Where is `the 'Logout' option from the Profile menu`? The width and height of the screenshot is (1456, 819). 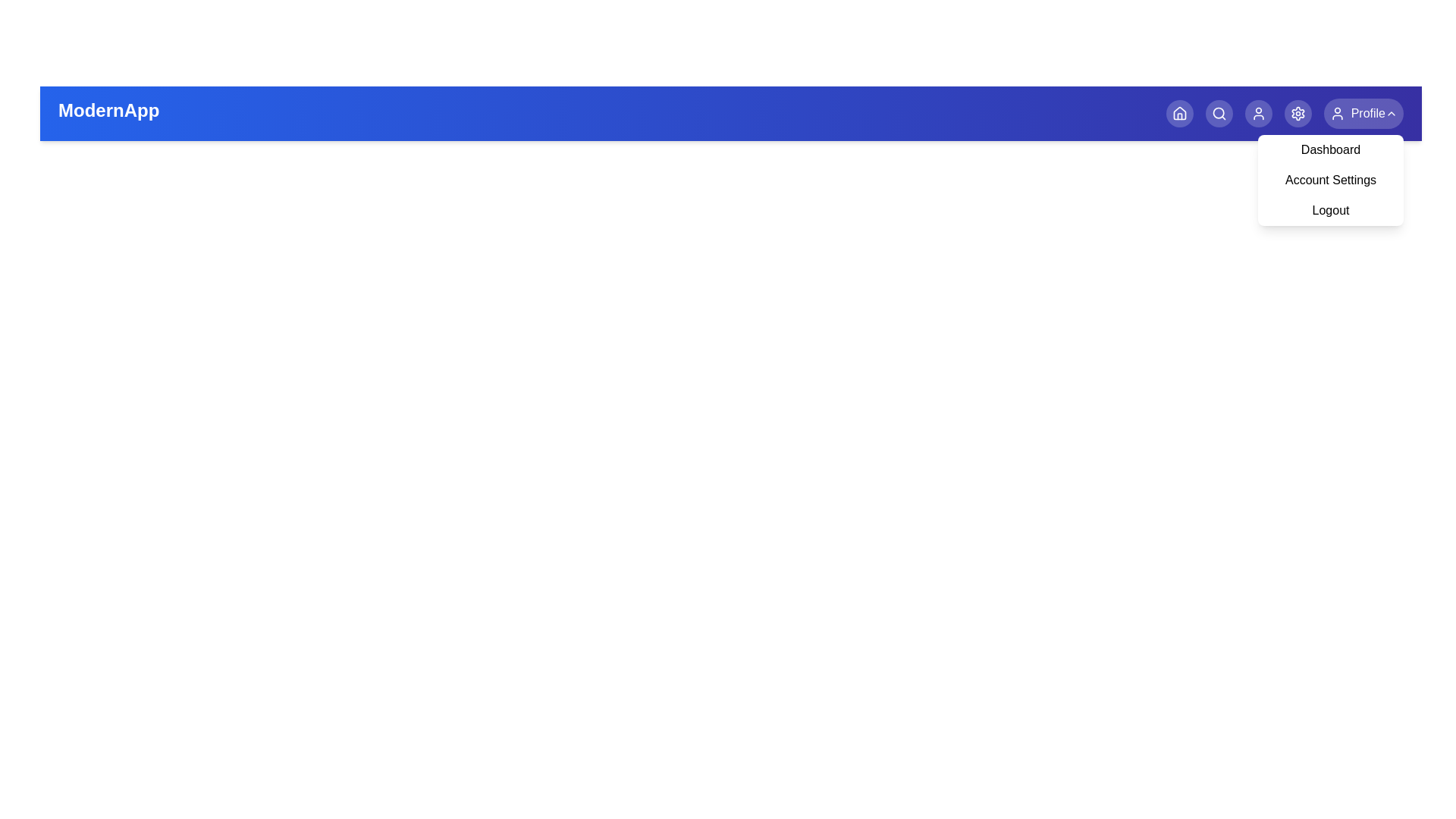 the 'Logout' option from the Profile menu is located at coordinates (1330, 210).